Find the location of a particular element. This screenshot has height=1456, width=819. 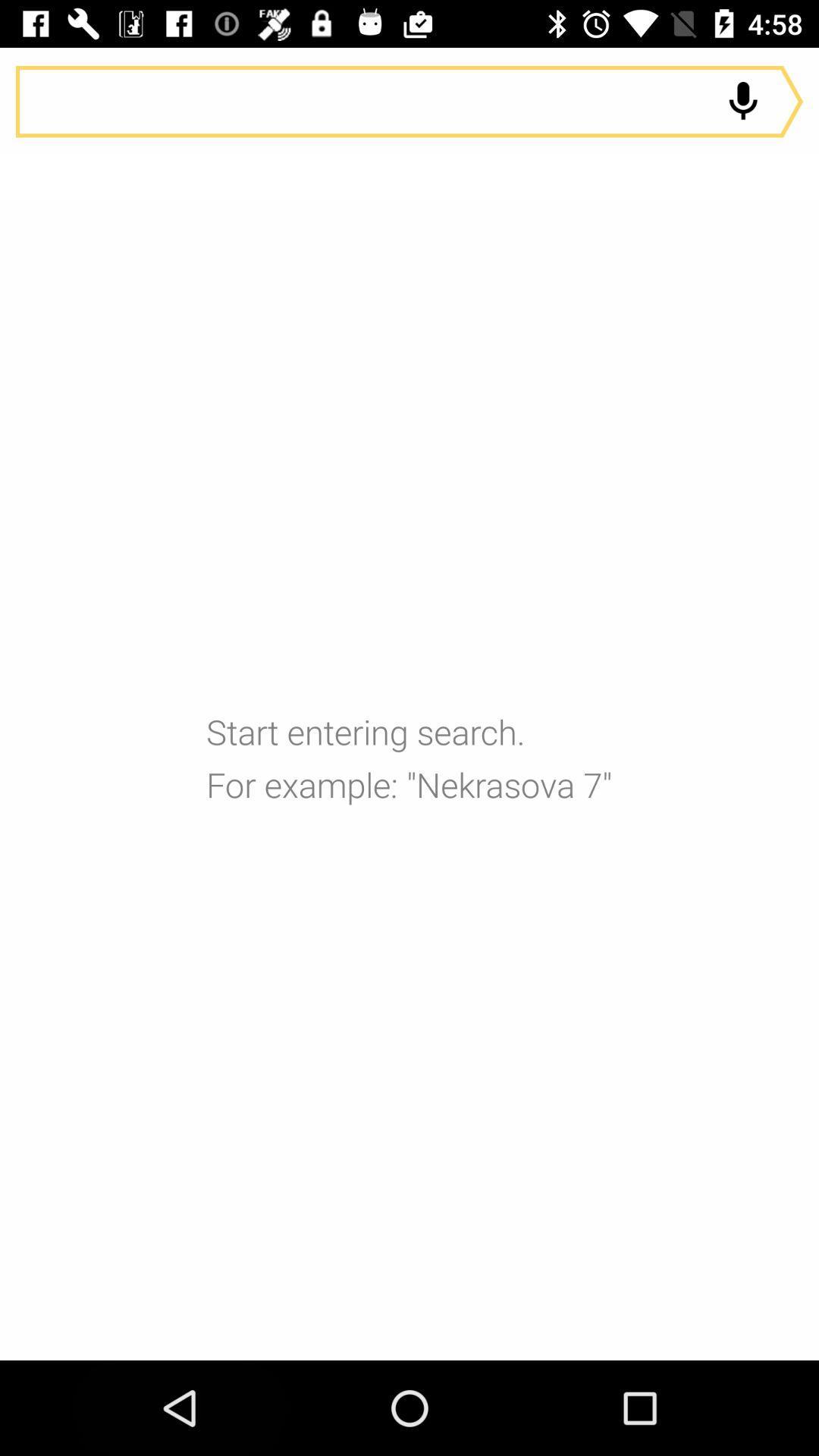

the microphone icon is located at coordinates (742, 101).